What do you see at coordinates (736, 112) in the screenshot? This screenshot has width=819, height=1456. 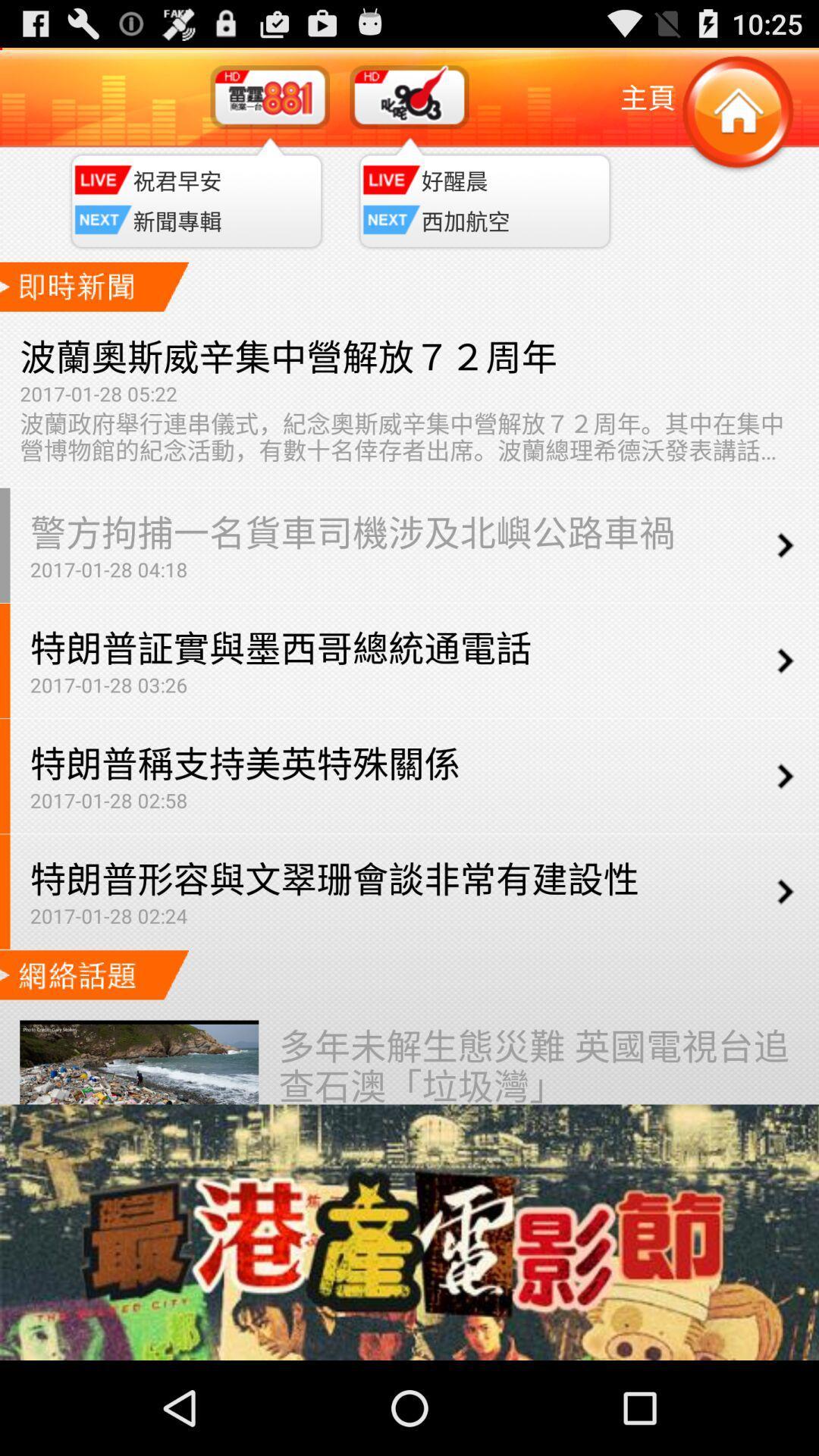 I see `home page the article` at bounding box center [736, 112].